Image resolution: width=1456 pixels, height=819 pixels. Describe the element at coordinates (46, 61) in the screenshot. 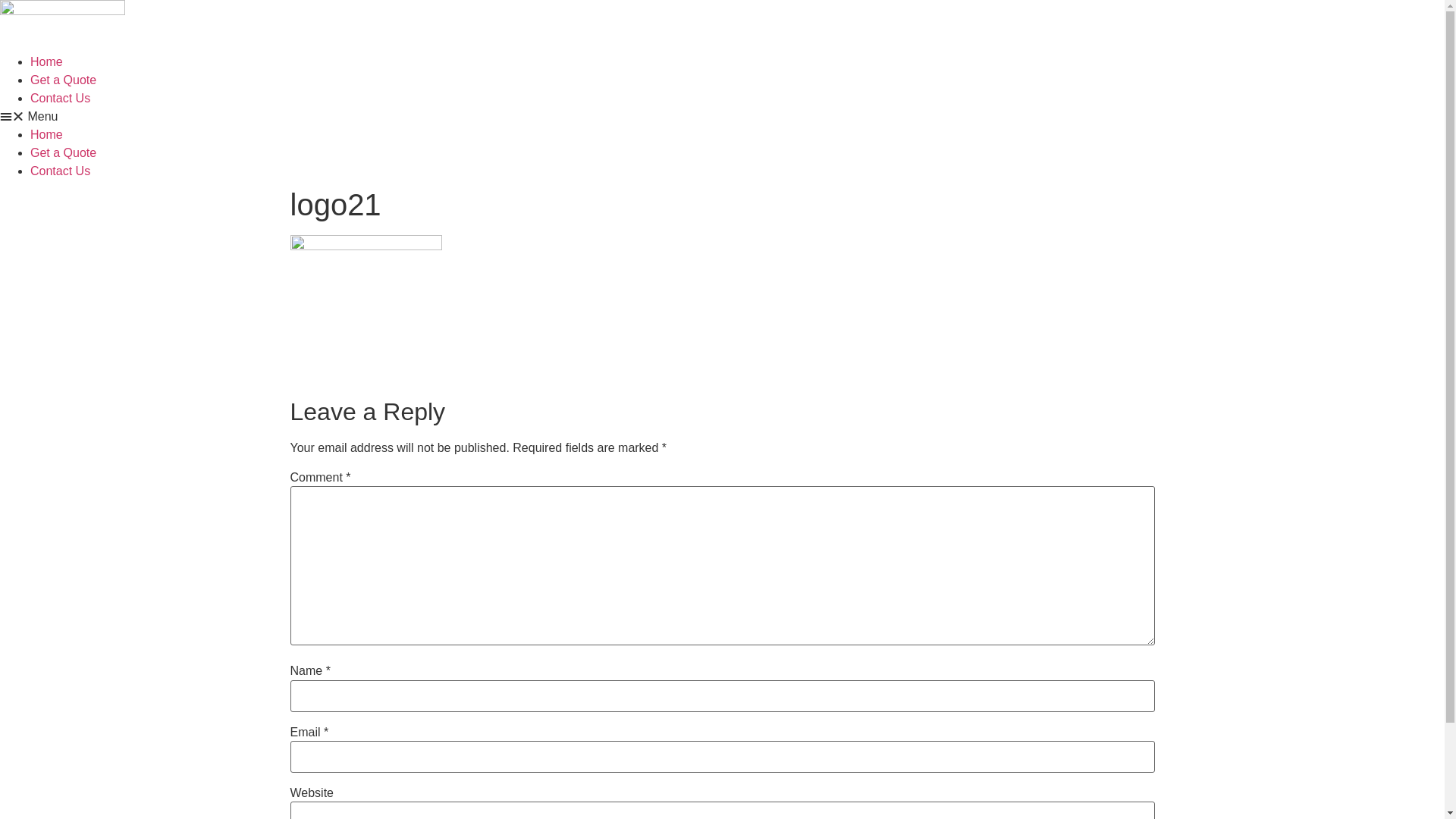

I see `'Home'` at that location.